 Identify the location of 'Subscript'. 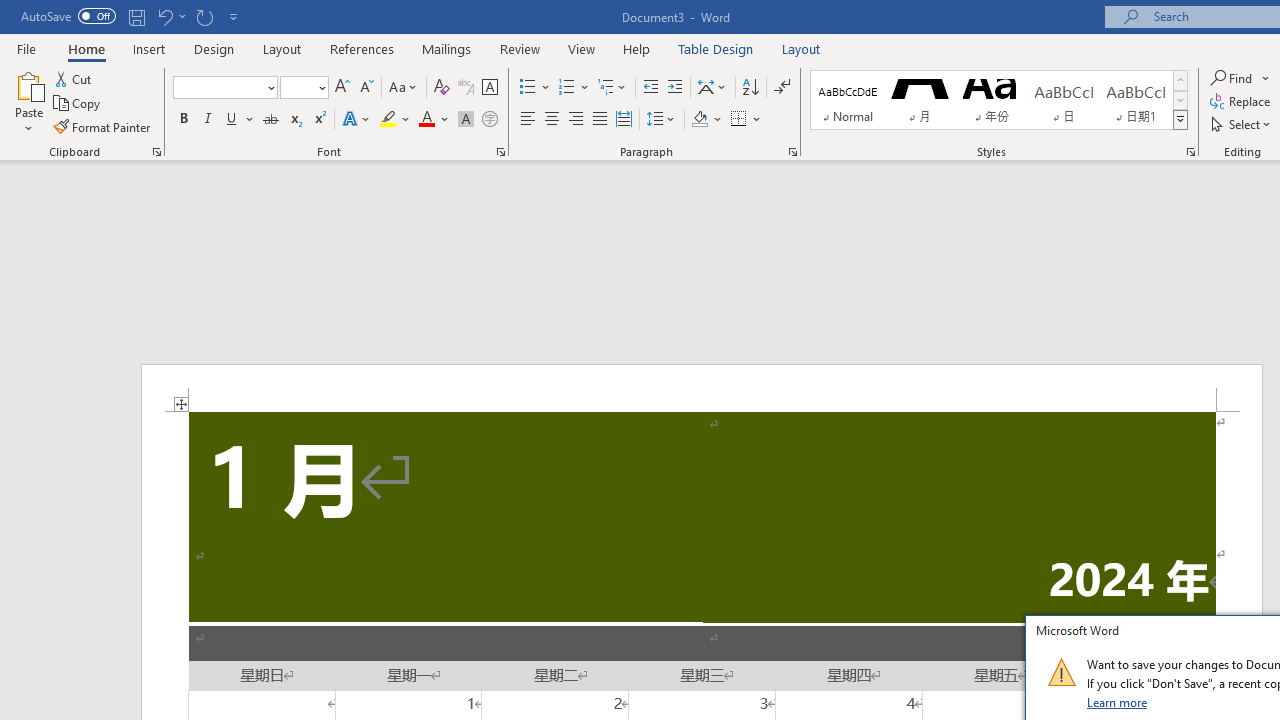
(294, 119).